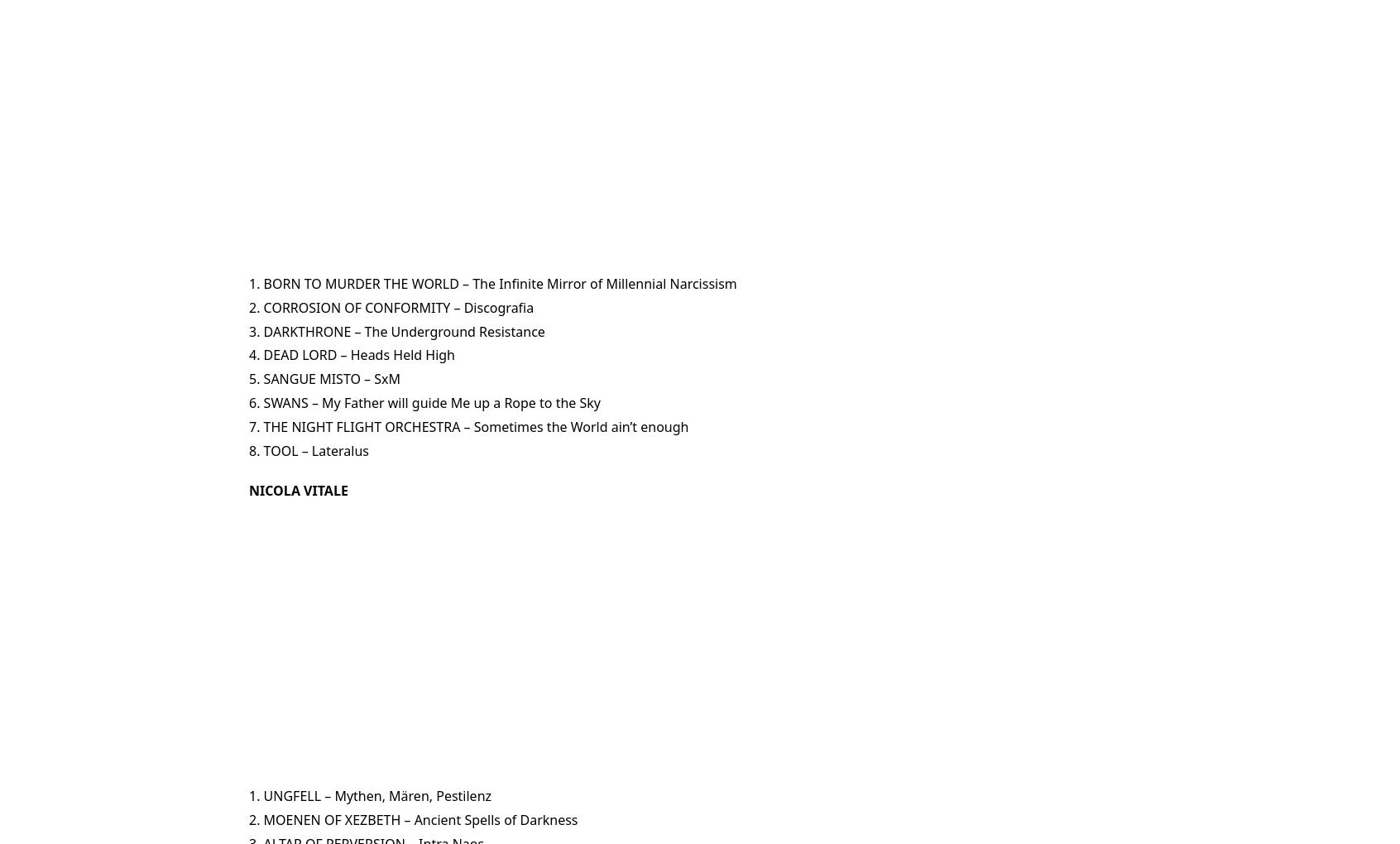 The height and width of the screenshot is (844, 1400). Describe the element at coordinates (308, 448) in the screenshot. I see `'8. TOOL – Lateralus'` at that location.